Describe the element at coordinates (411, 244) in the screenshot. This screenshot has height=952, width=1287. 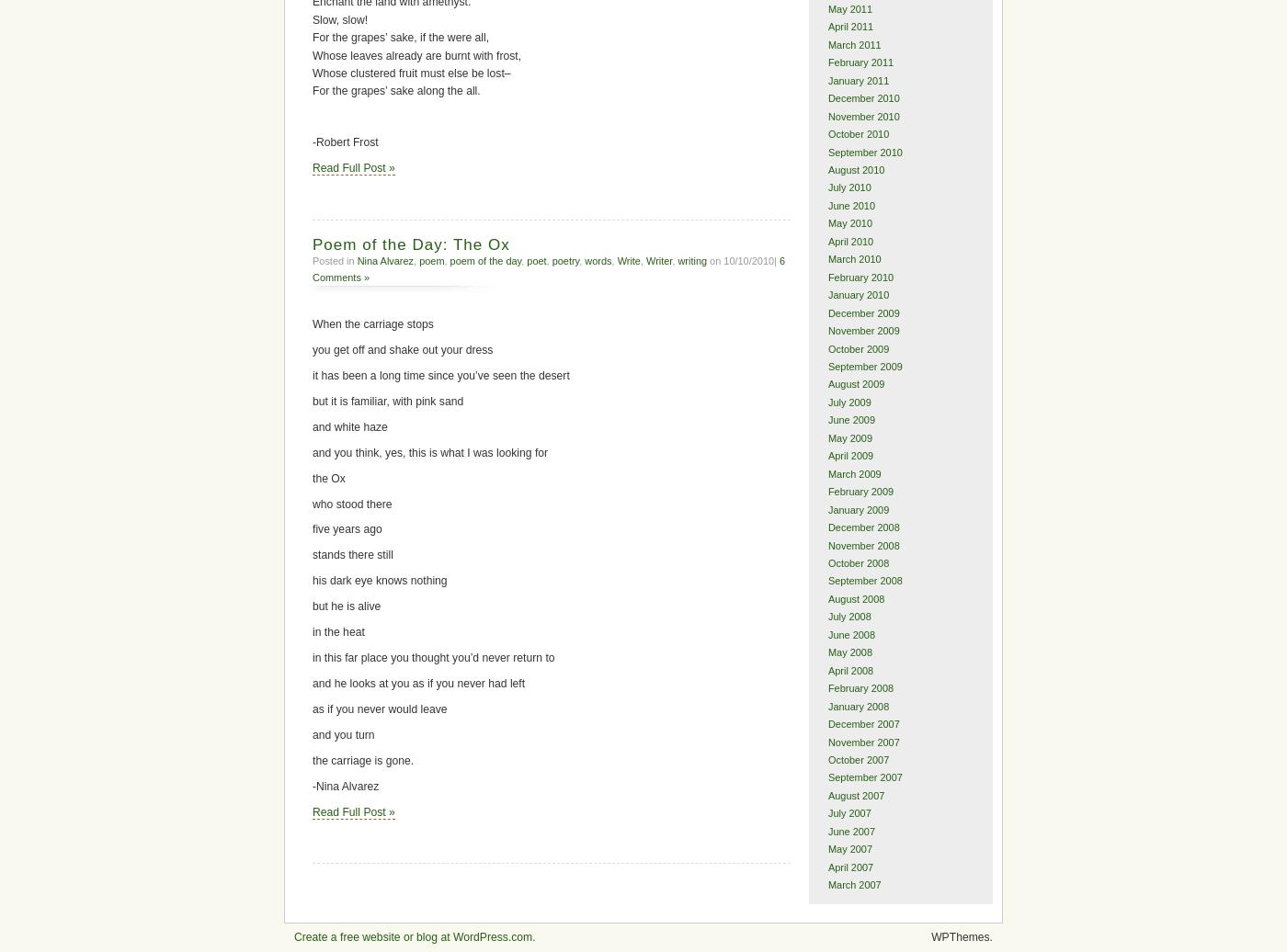
I see `'Poem of the Day: The Ox'` at that location.